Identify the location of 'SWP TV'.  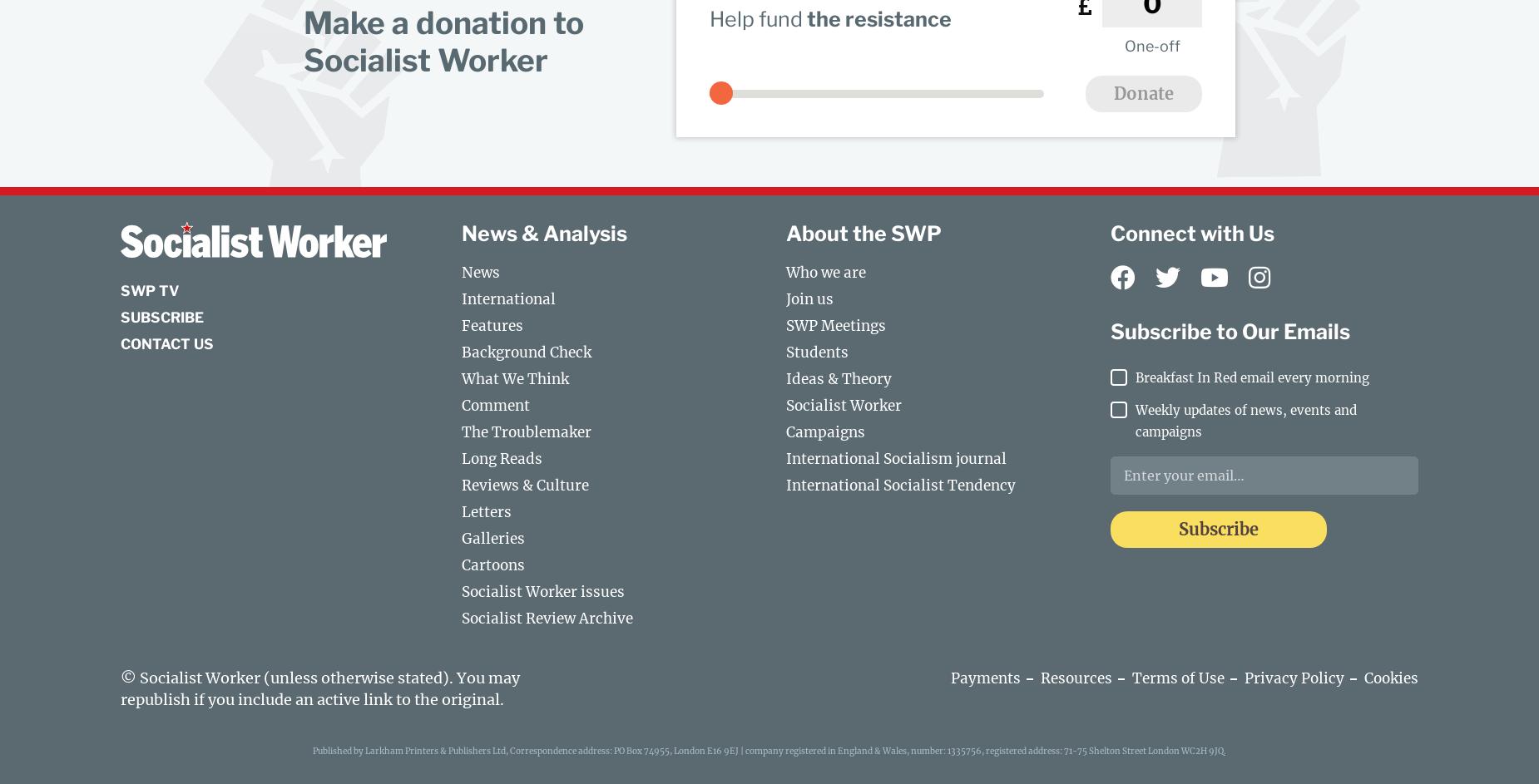
(120, 291).